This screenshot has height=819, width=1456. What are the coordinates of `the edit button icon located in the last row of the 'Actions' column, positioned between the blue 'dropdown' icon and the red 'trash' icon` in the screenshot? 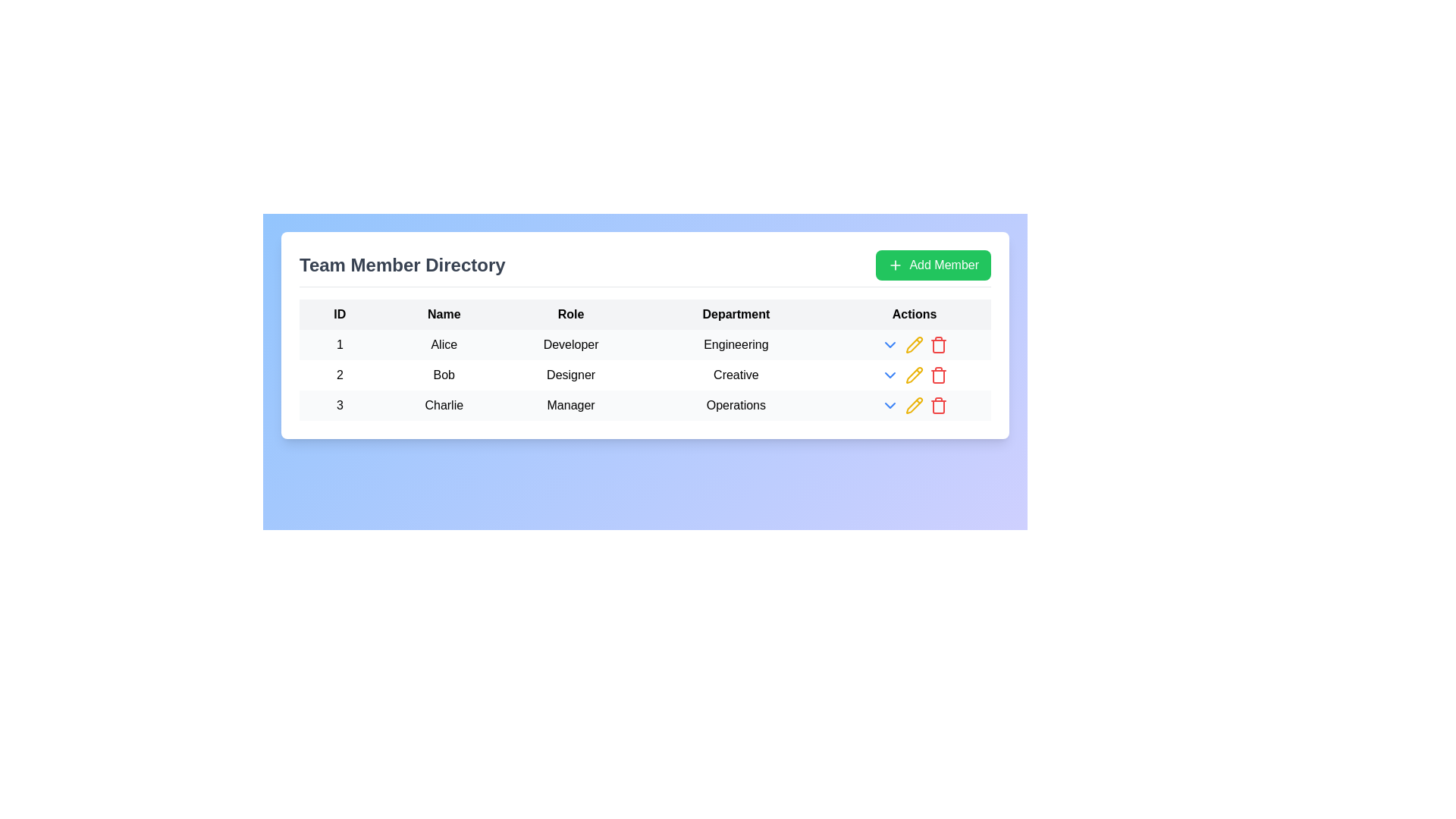 It's located at (914, 405).